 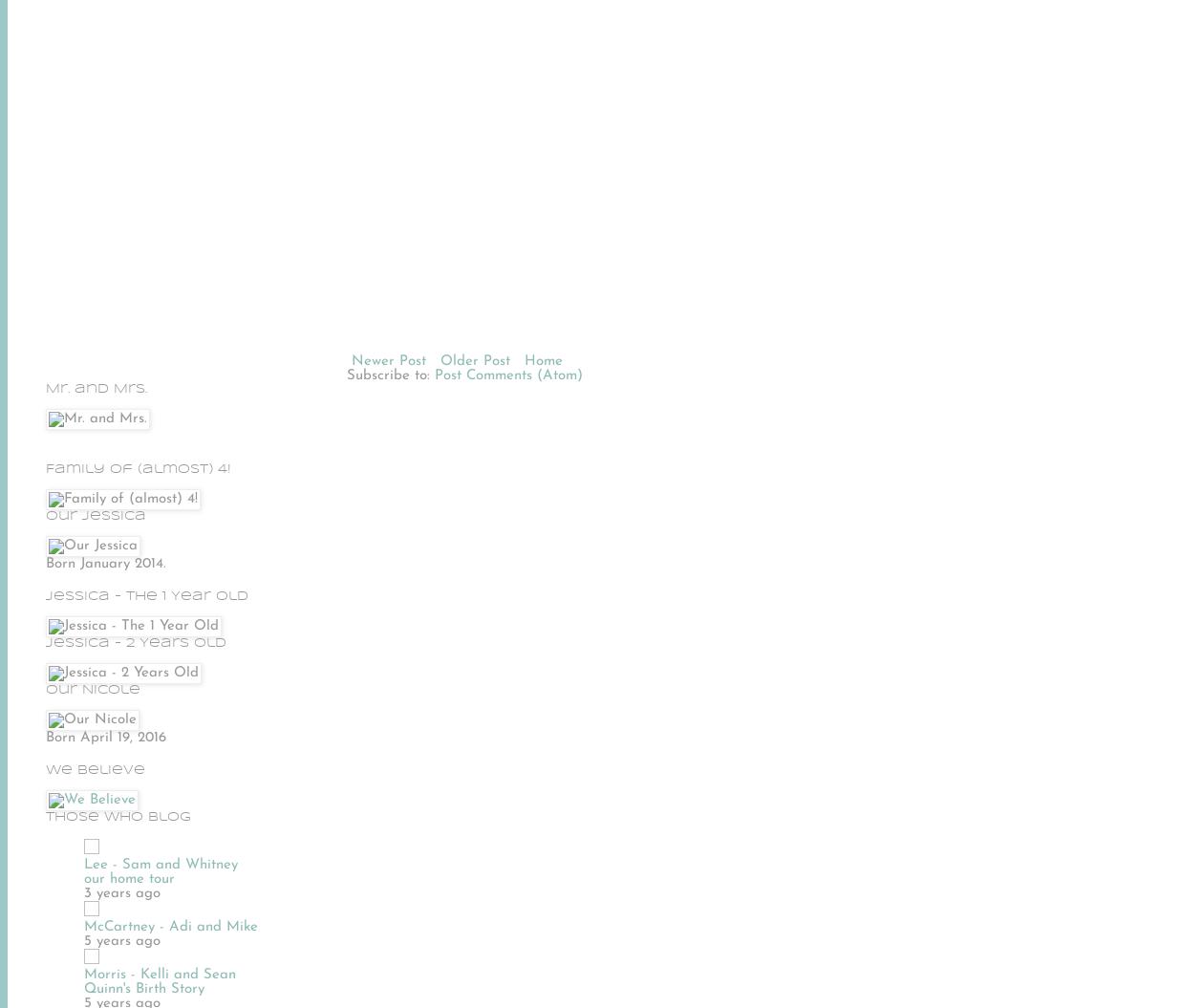 I want to click on 'Our Jessica', so click(x=96, y=514).